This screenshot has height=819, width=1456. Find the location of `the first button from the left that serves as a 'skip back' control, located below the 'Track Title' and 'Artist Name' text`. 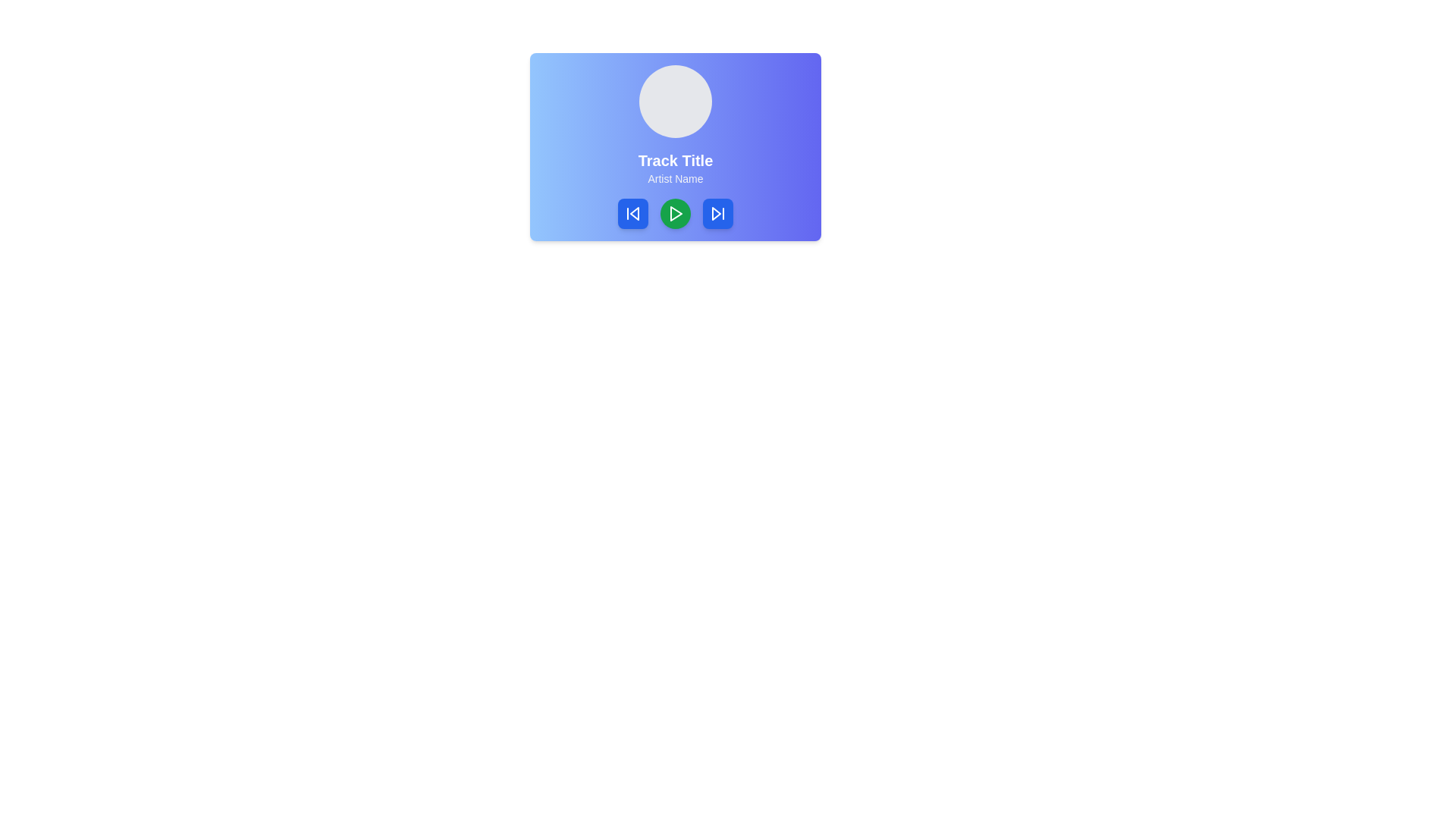

the first button from the left that serves as a 'skip back' control, located below the 'Track Title' and 'Artist Name' text is located at coordinates (633, 213).